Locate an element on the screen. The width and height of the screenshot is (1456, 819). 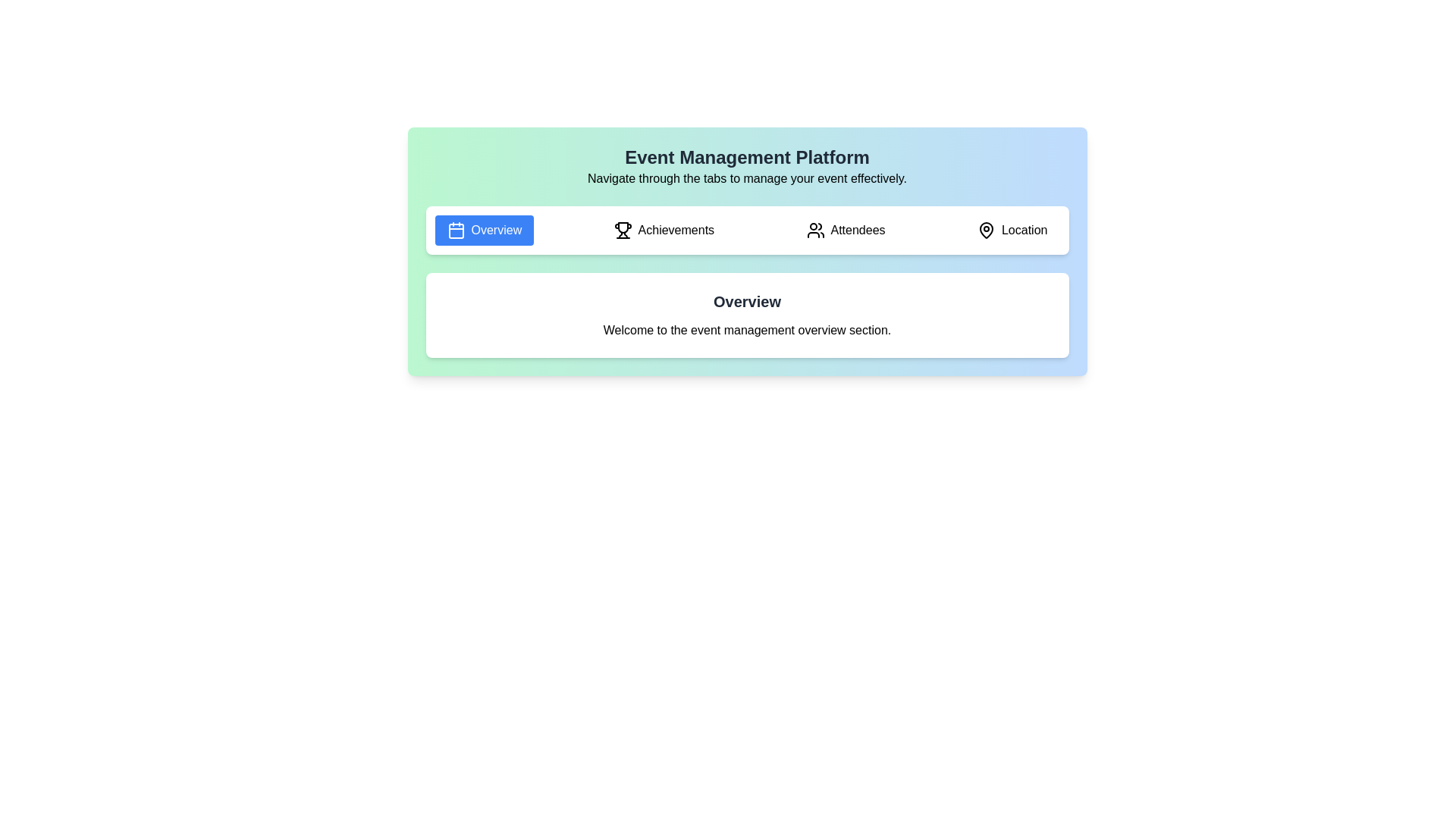
informational text header that contains 'Event Management Platform' and its subtext 'Navigate through the tabs to manage your event effectively.' is located at coordinates (747, 166).